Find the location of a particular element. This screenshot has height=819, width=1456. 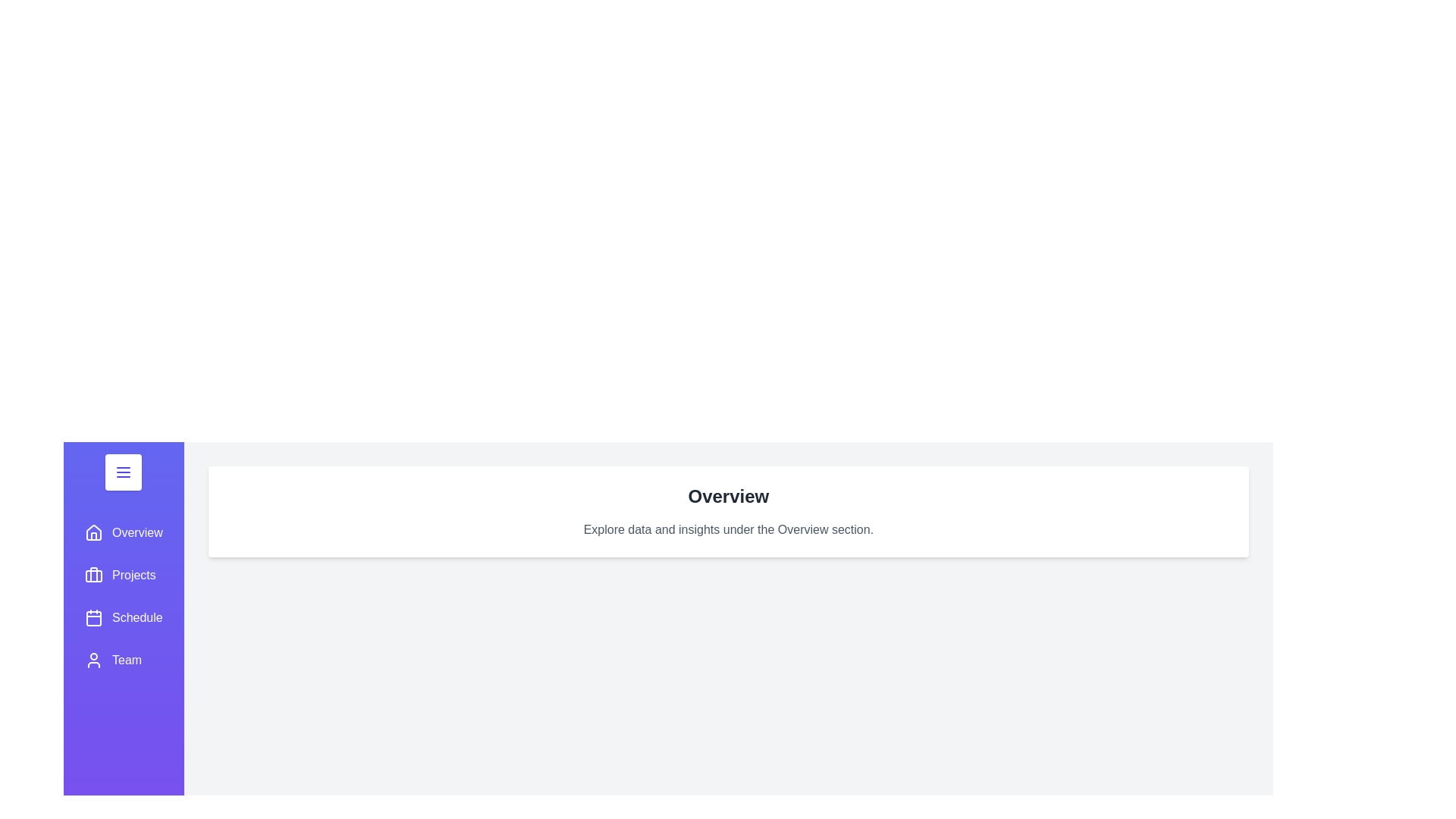

the sidebar section labeled Projects is located at coordinates (124, 576).